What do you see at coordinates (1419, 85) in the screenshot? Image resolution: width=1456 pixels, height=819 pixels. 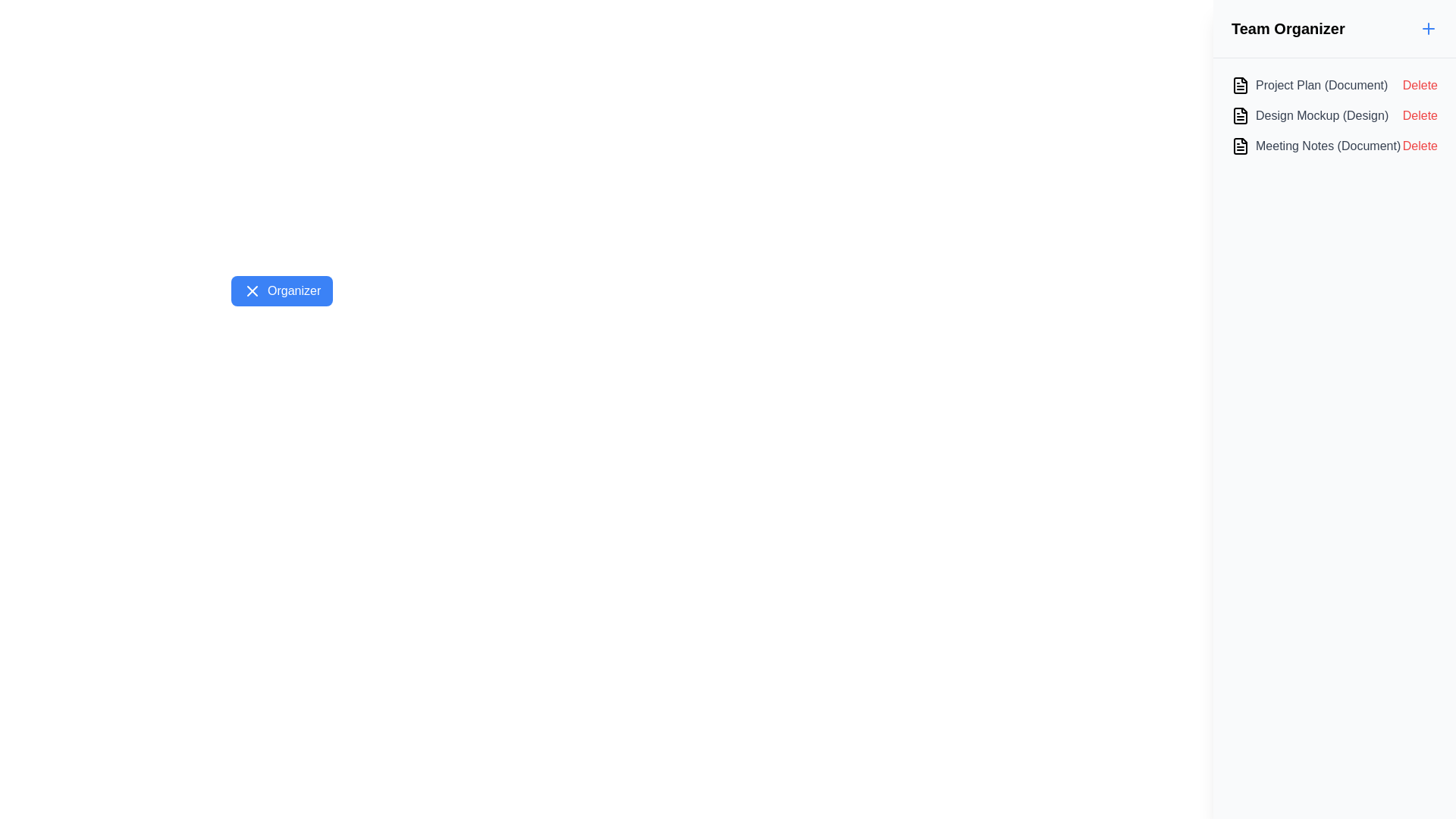 I see `the deletion button located to the right of the 'Project Plan (Document)' label` at bounding box center [1419, 85].